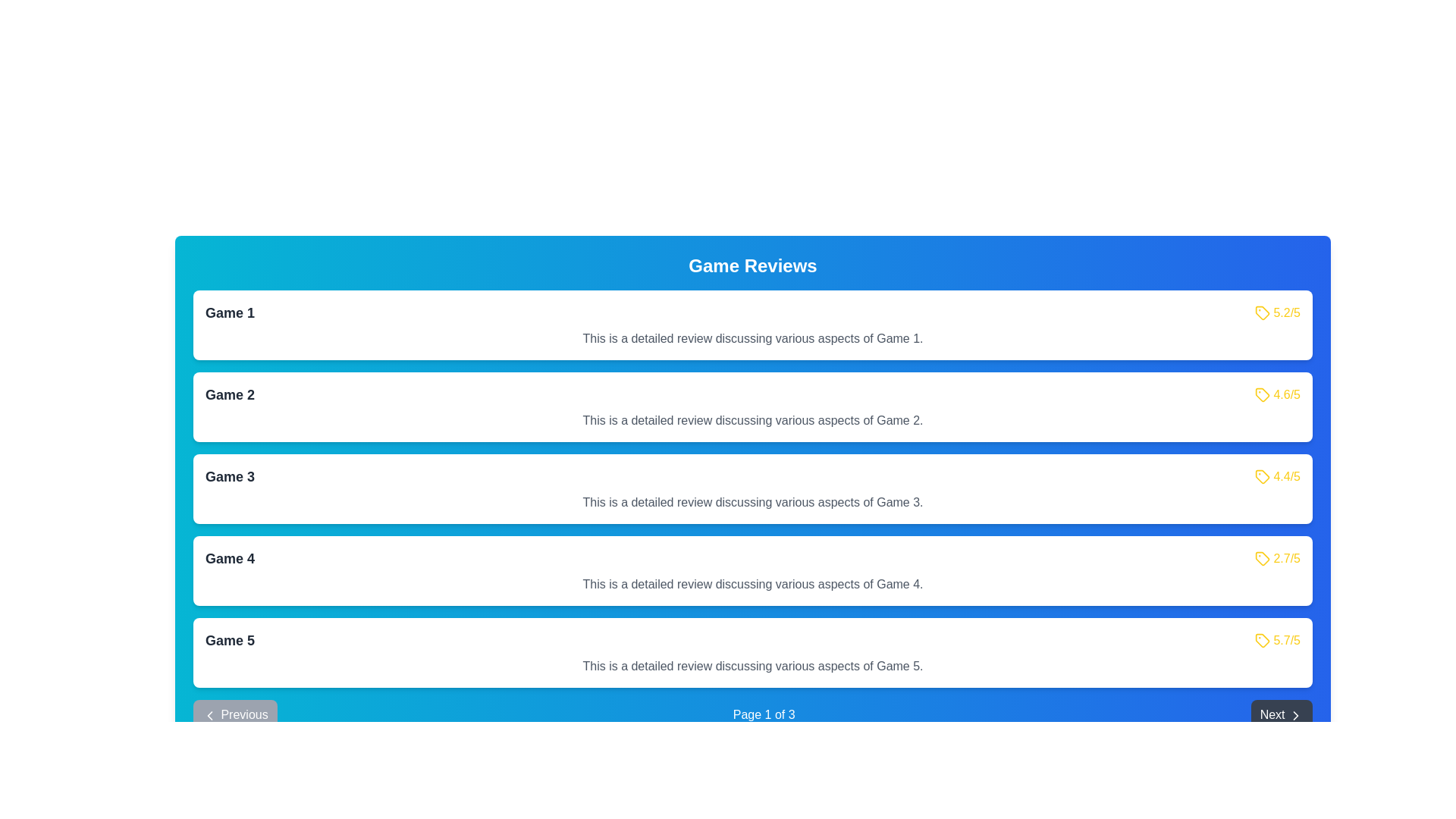 The height and width of the screenshot is (819, 1456). I want to click on the primary icon in the rating section of the fifth game review row, located in the bottom-right corner of the interface, so click(1263, 640).